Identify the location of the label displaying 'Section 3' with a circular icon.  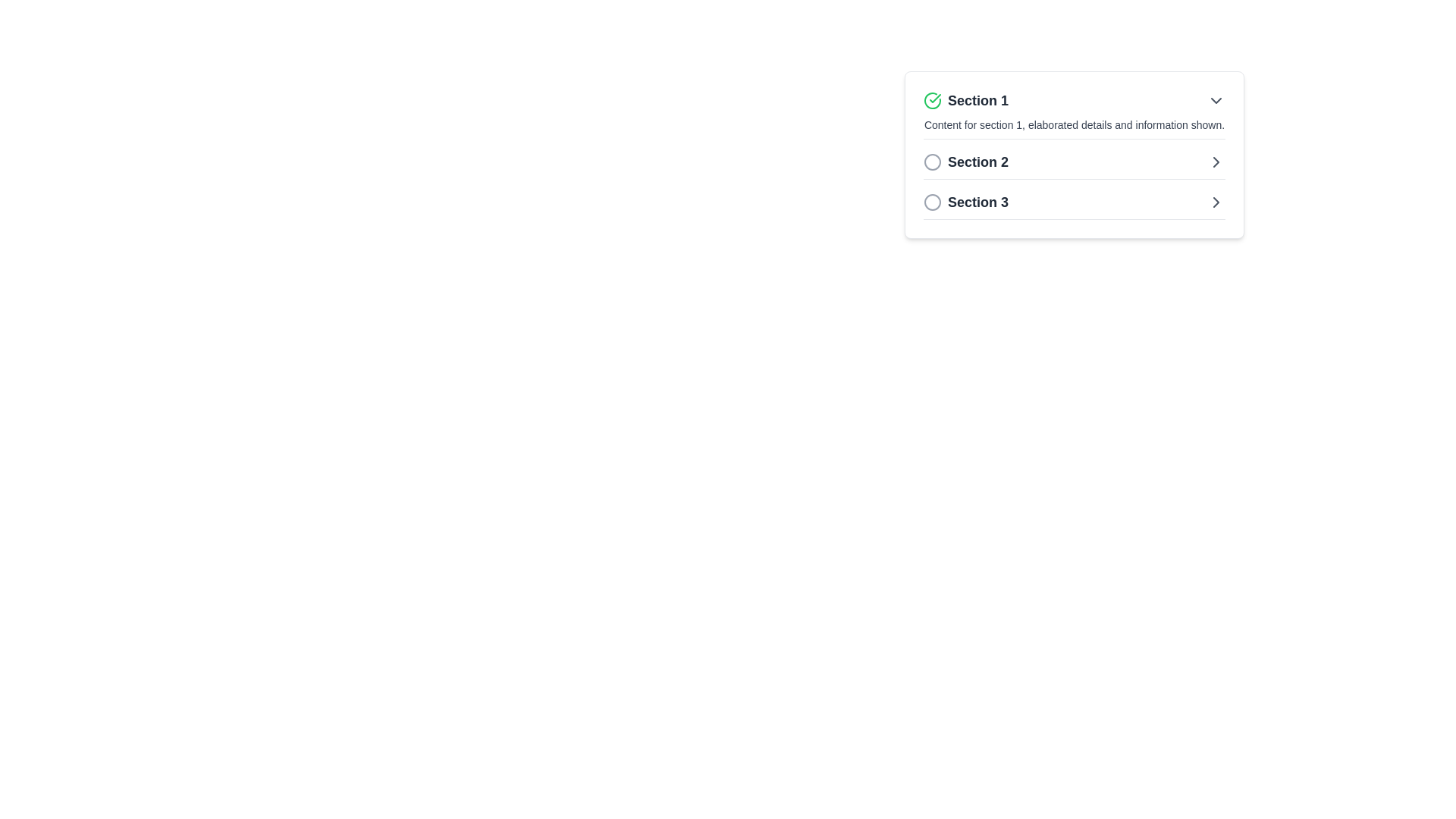
(965, 201).